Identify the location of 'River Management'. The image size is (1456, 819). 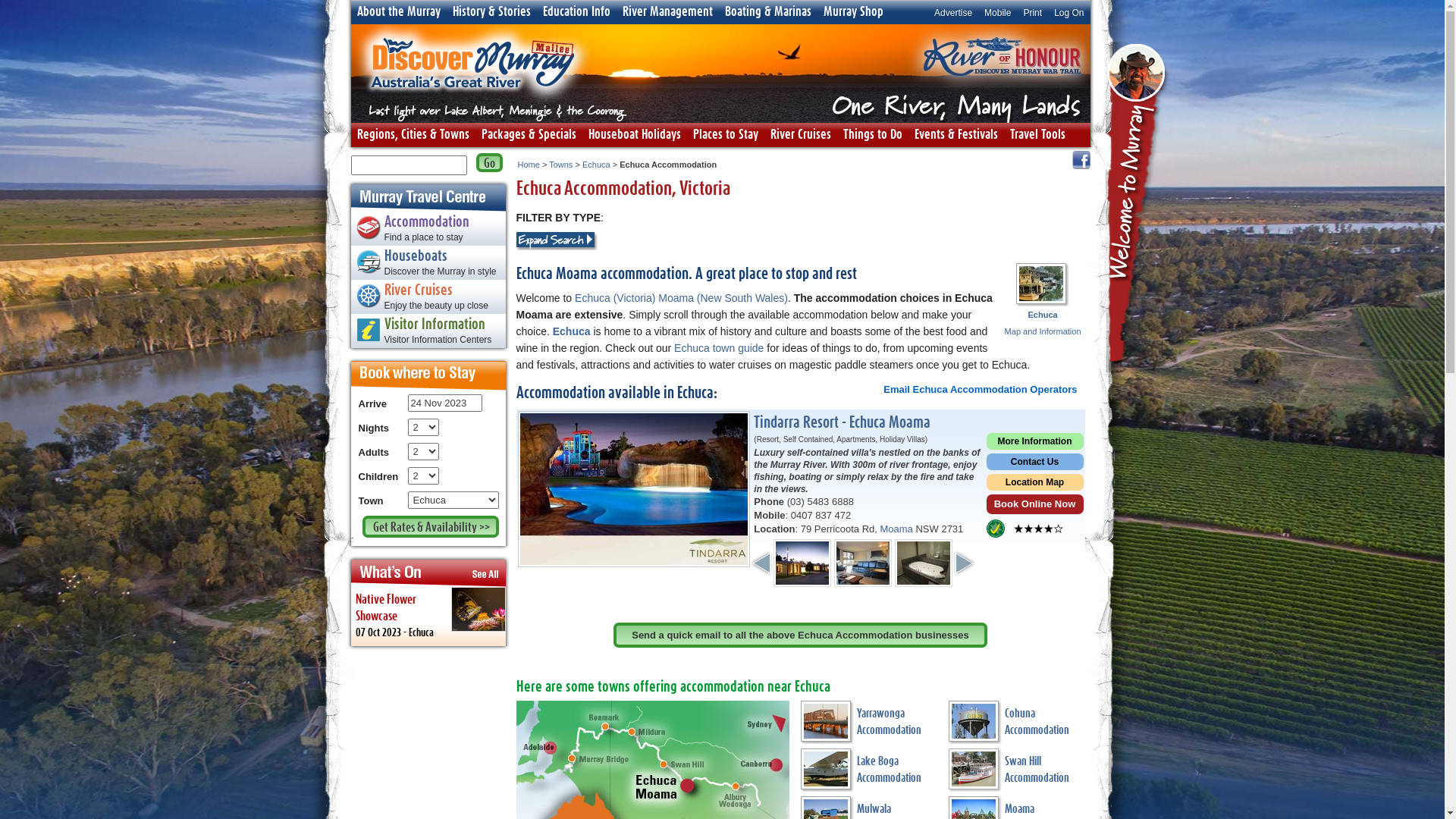
(667, 11).